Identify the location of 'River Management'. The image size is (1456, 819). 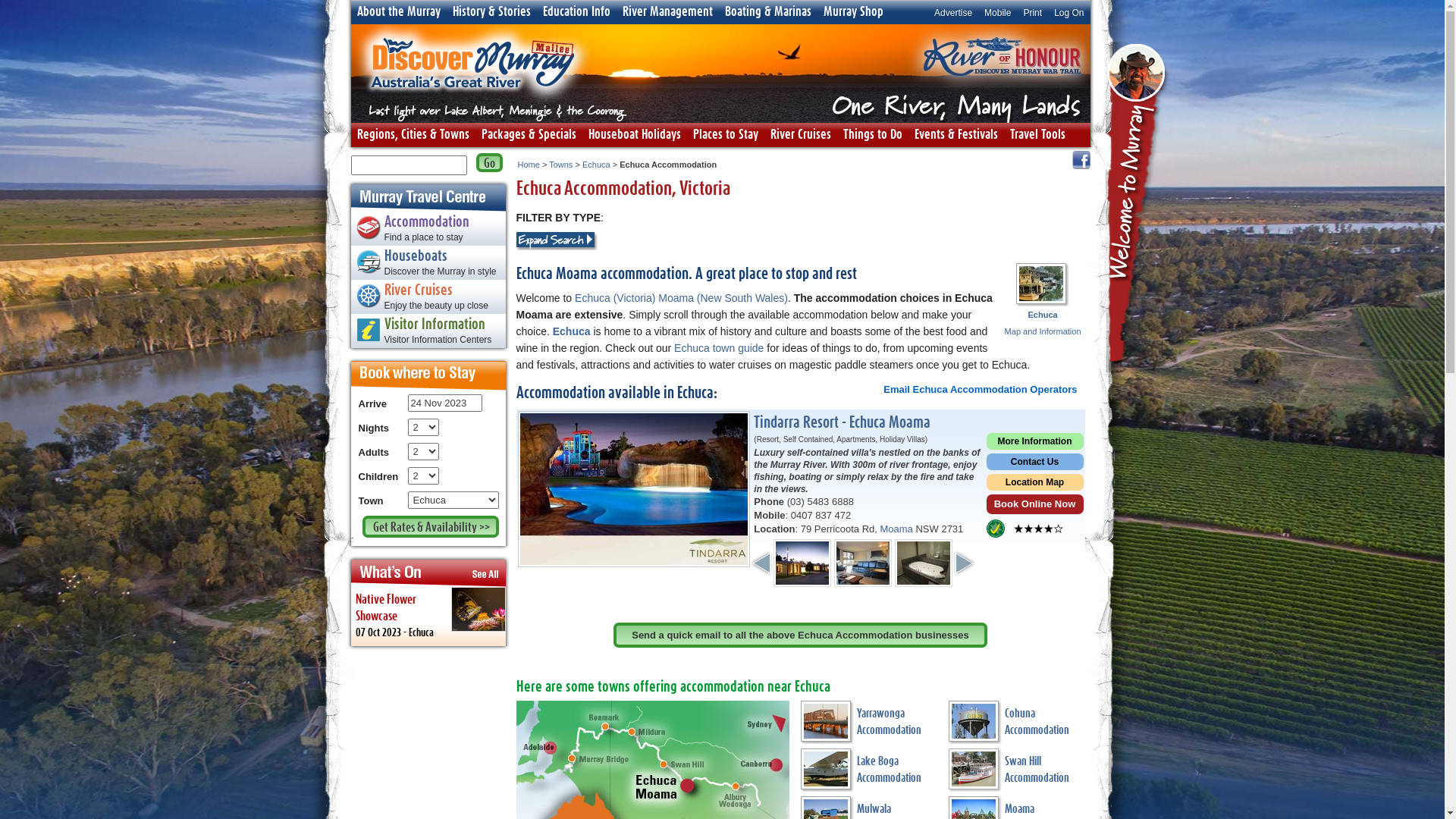
(667, 11).